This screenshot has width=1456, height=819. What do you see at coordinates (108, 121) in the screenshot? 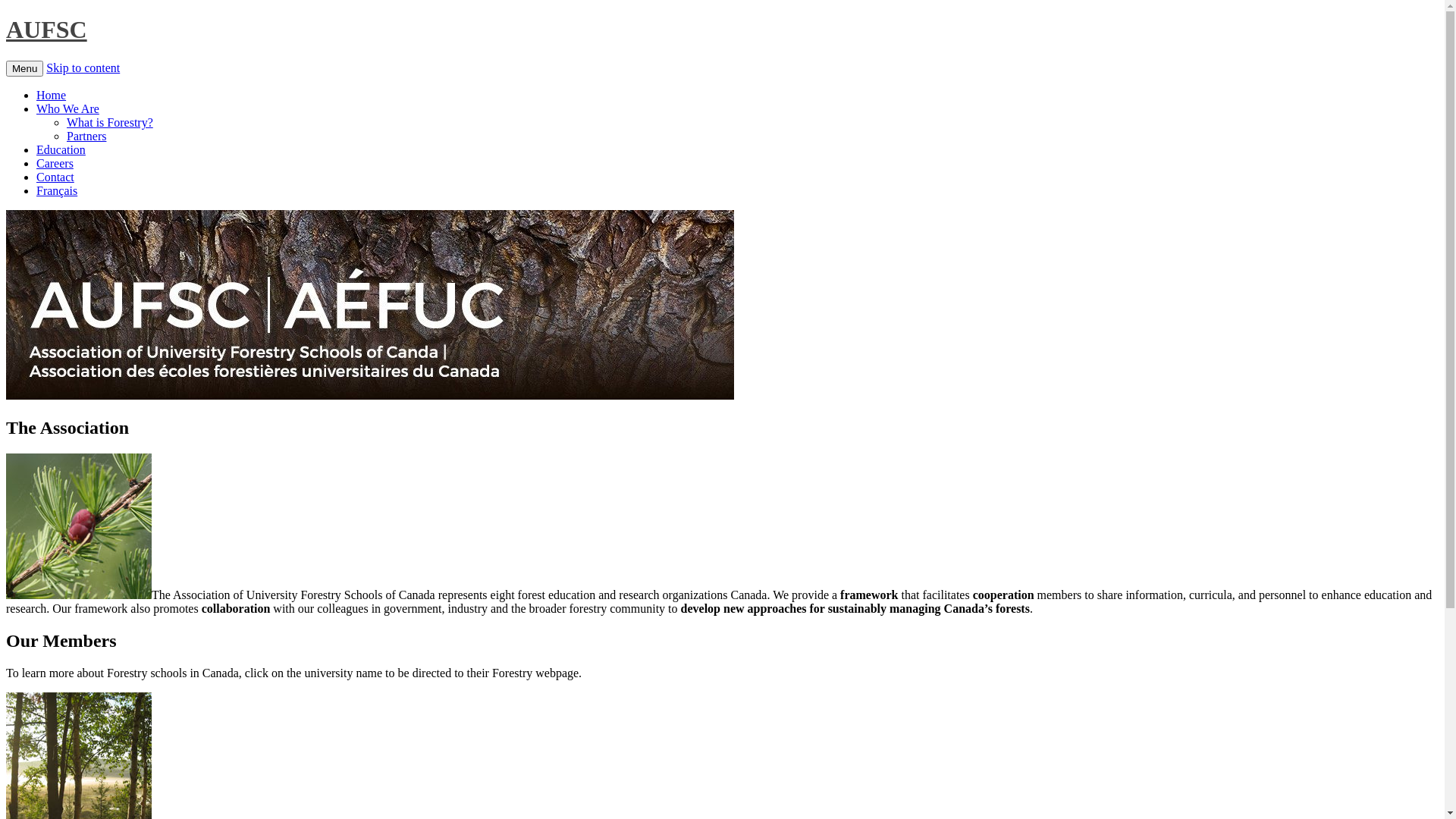
I see `'What is Forestry?'` at bounding box center [108, 121].